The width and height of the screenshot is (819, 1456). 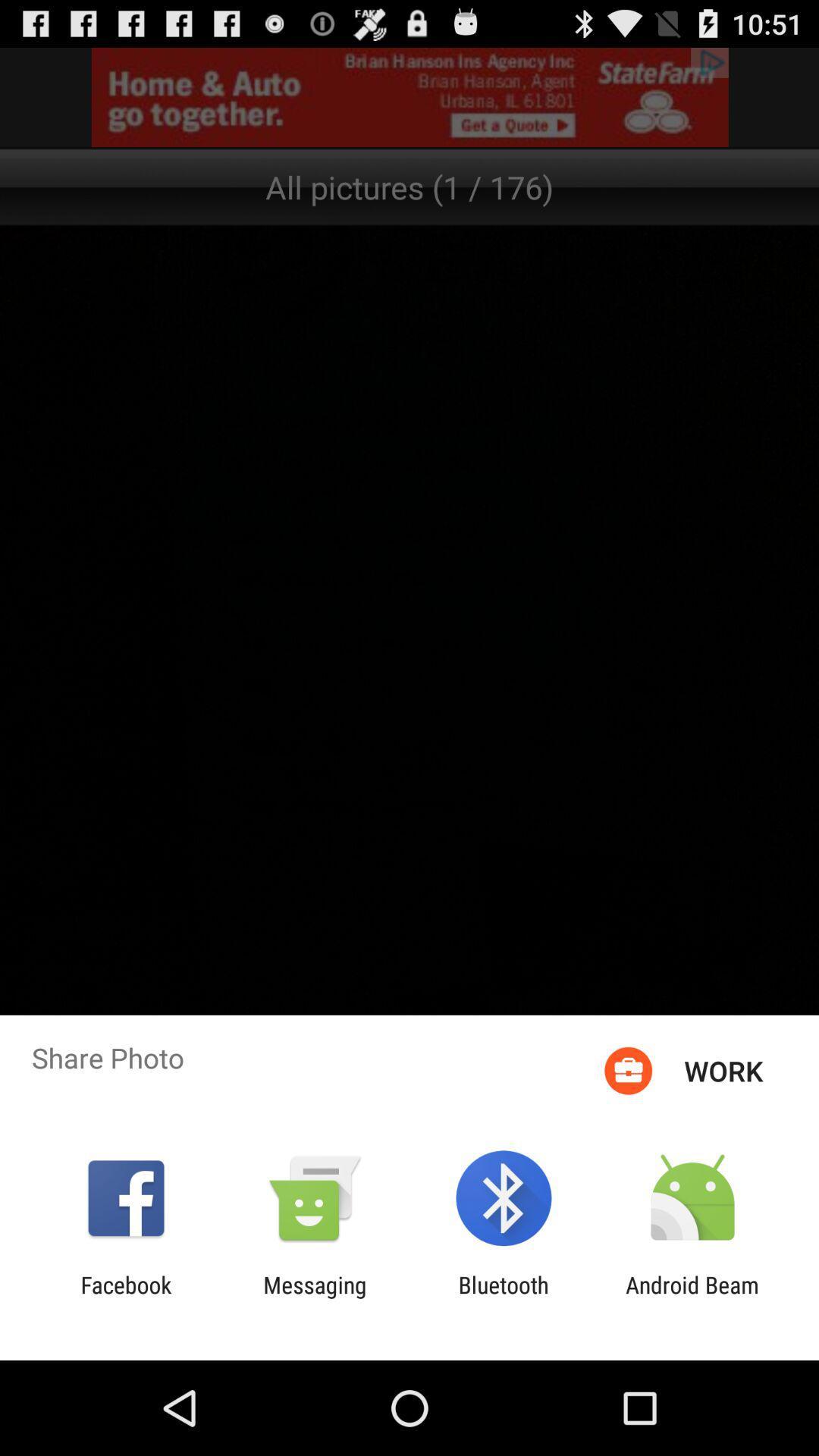 I want to click on facebook icon, so click(x=125, y=1298).